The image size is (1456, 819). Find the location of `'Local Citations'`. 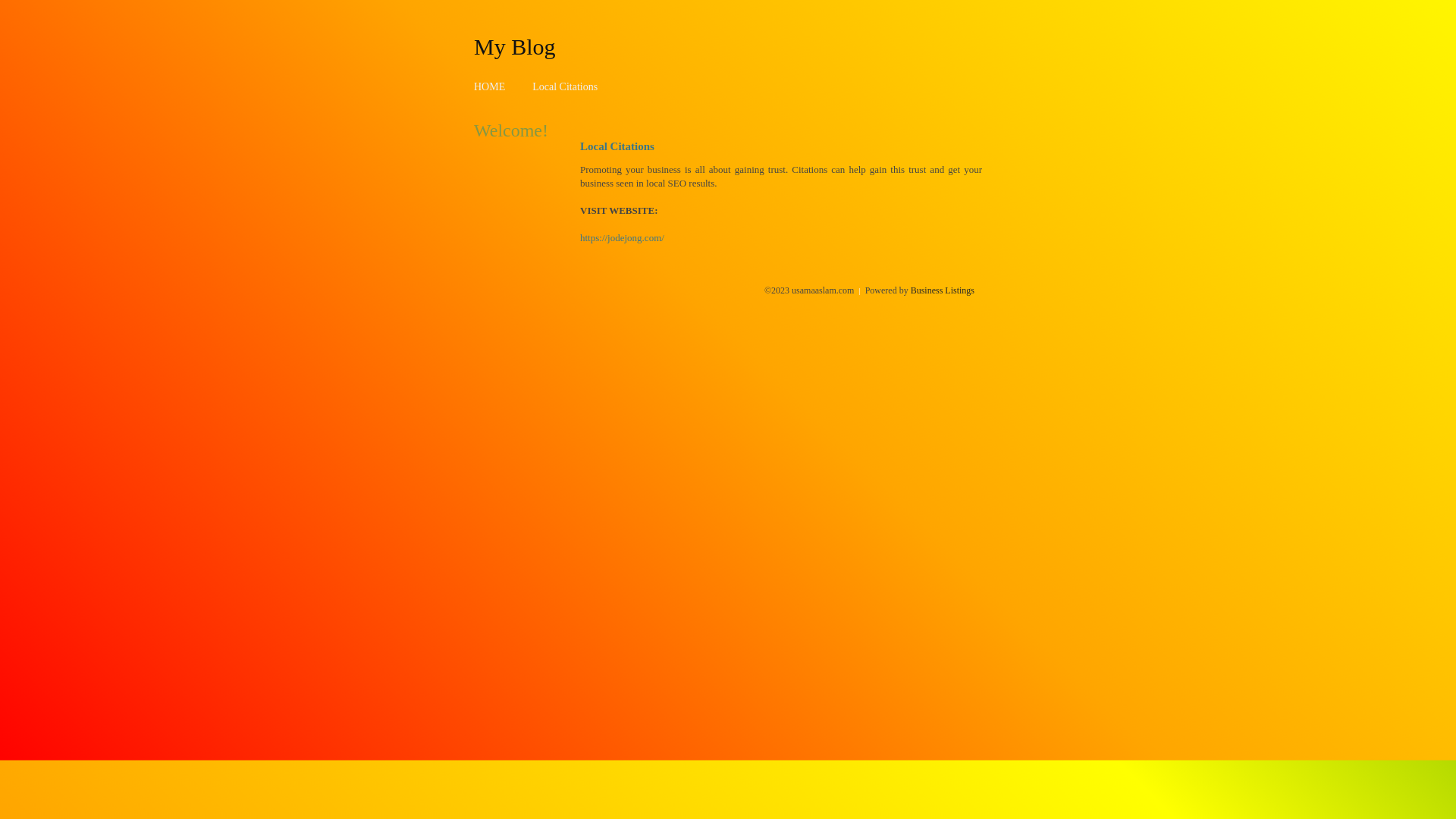

'Local Citations' is located at coordinates (563, 86).